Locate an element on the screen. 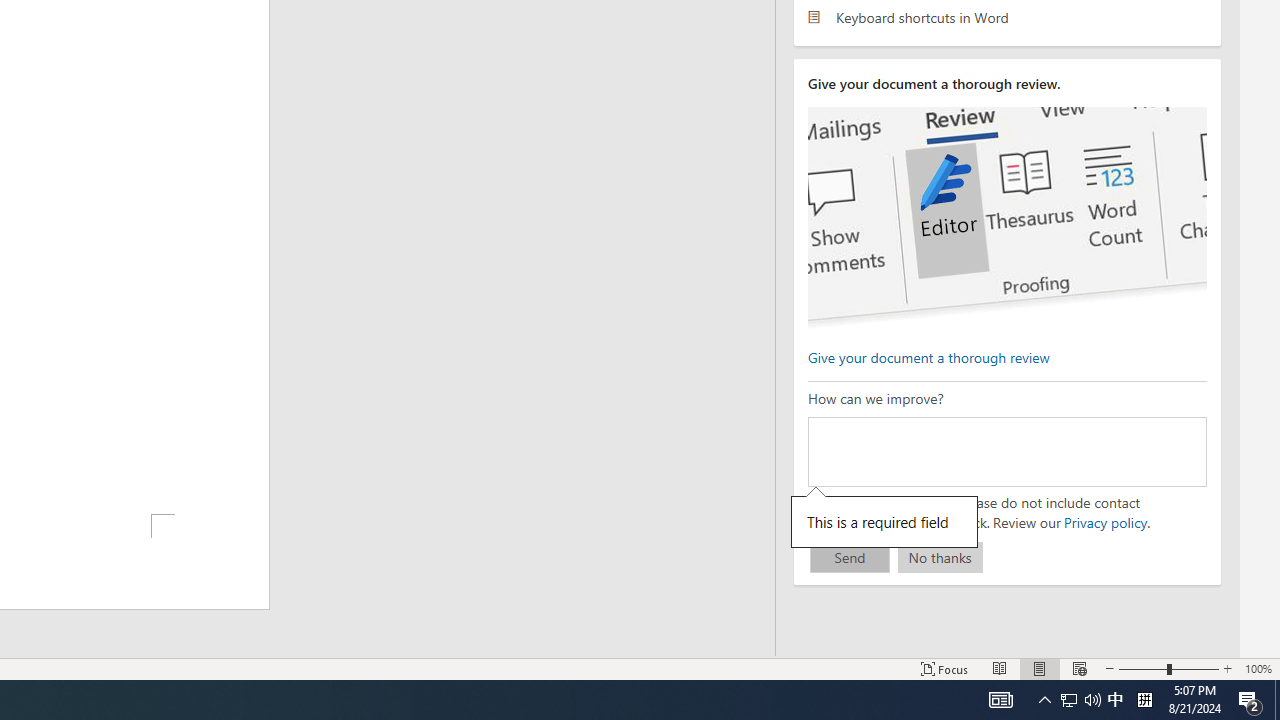 This screenshot has height=720, width=1280. 'editor ui screenshot' is located at coordinates (1007, 218).